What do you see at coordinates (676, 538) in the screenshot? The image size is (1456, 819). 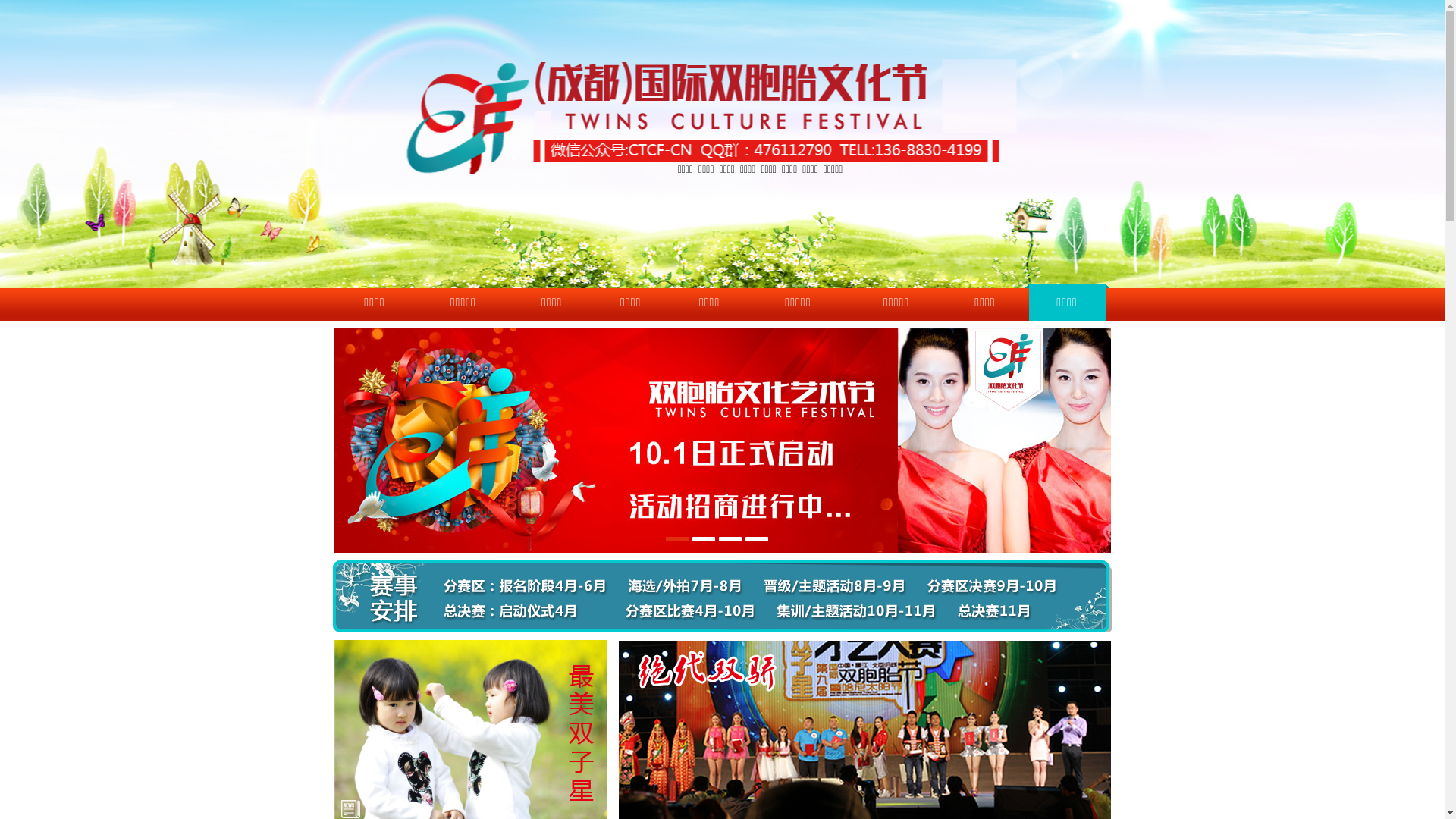 I see `'1'` at bounding box center [676, 538].